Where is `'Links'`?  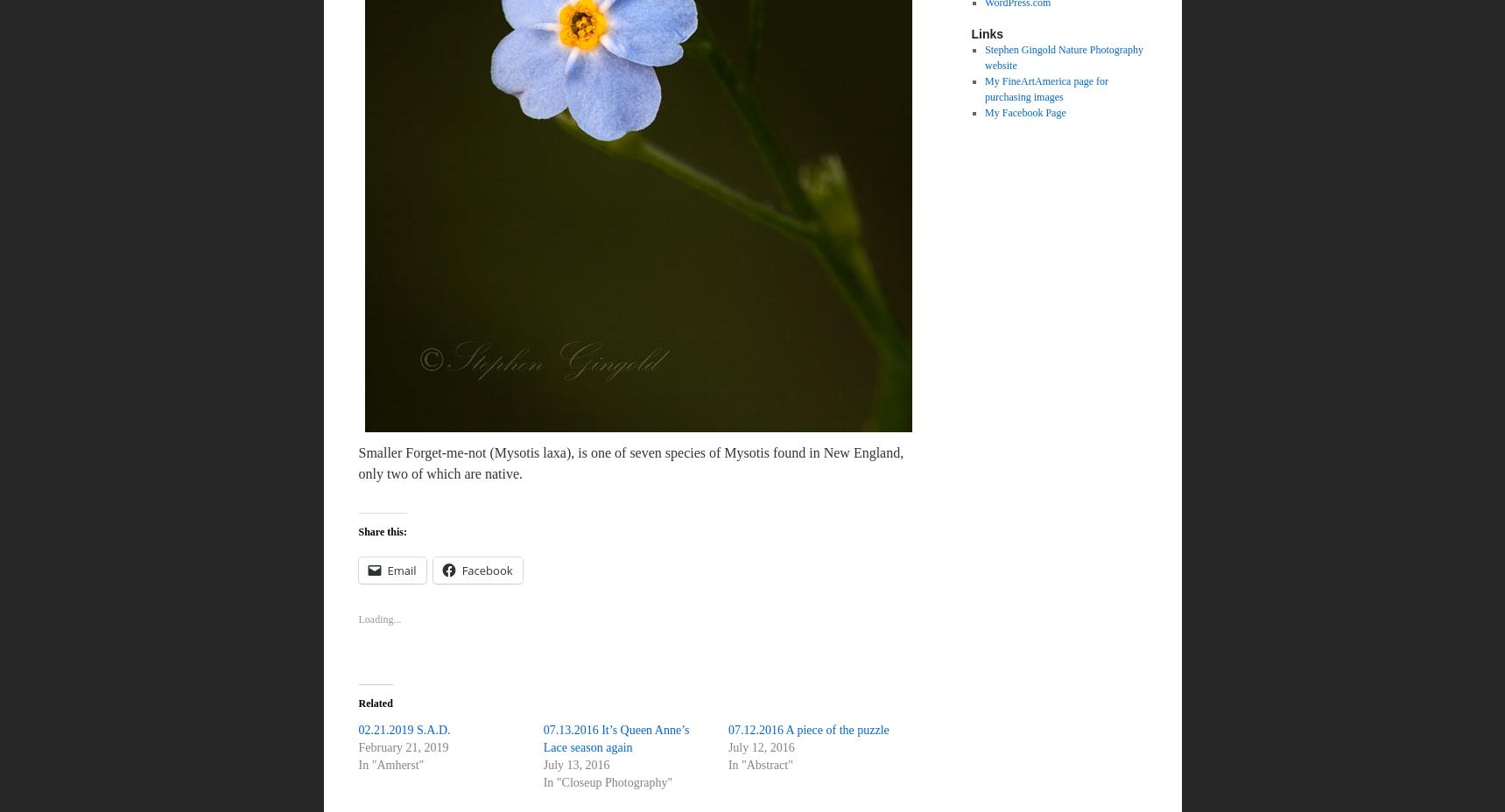 'Links' is located at coordinates (986, 32).